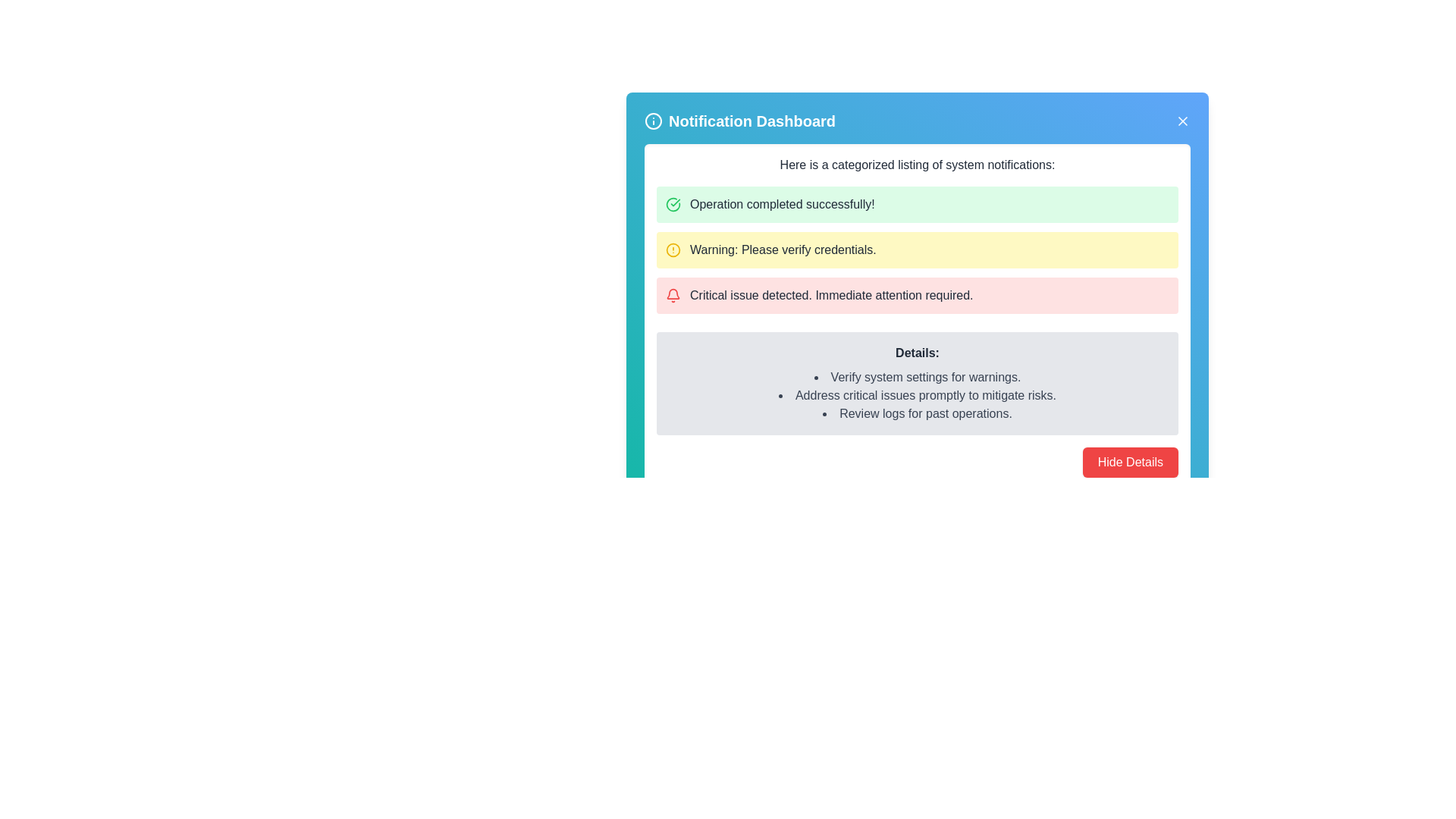  What do you see at coordinates (1129, 461) in the screenshot?
I see `the button located at the bottom-right of the notification panel to hide the details section` at bounding box center [1129, 461].